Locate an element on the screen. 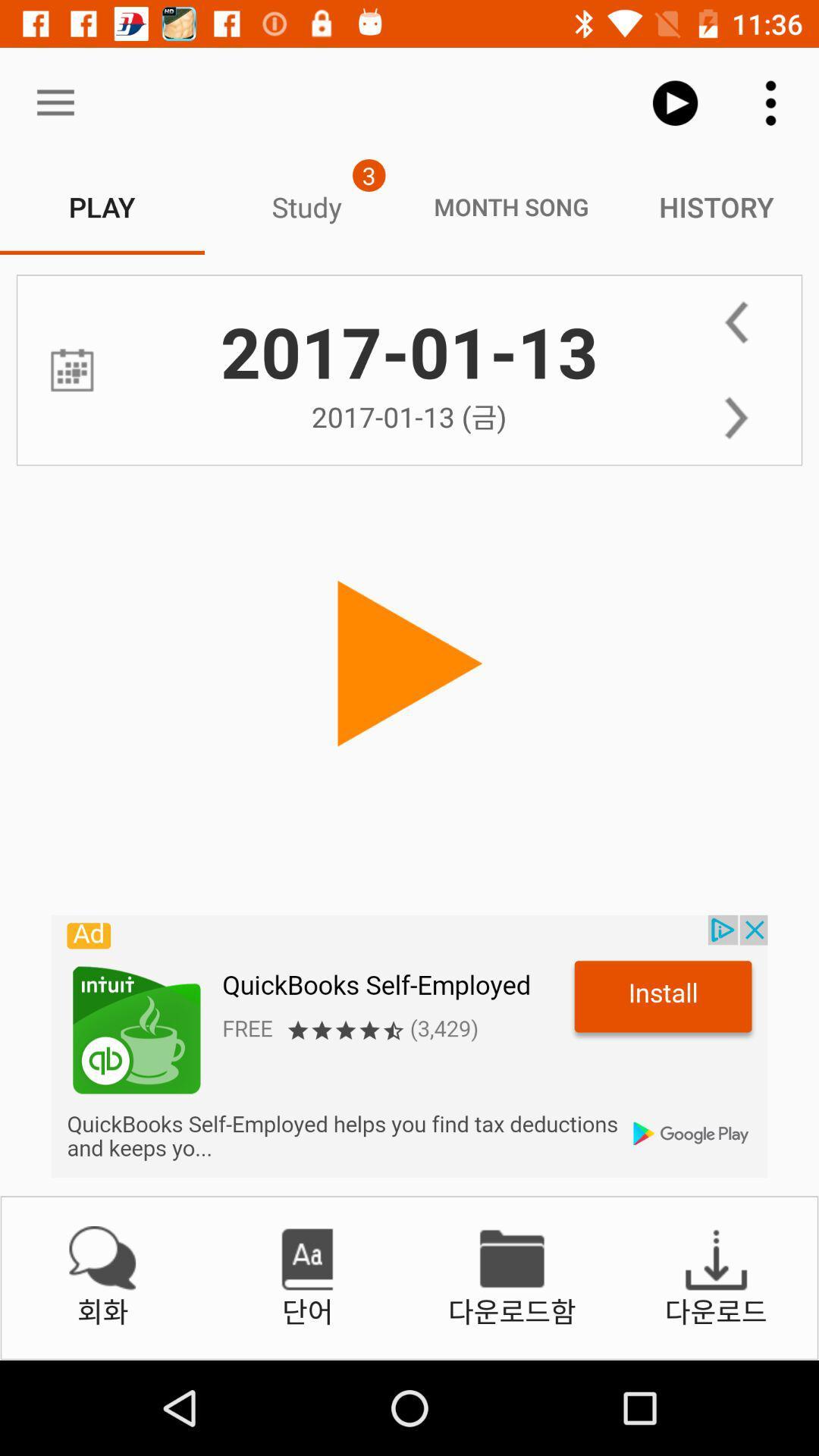 The height and width of the screenshot is (1456, 819). go next is located at coordinates (736, 418).